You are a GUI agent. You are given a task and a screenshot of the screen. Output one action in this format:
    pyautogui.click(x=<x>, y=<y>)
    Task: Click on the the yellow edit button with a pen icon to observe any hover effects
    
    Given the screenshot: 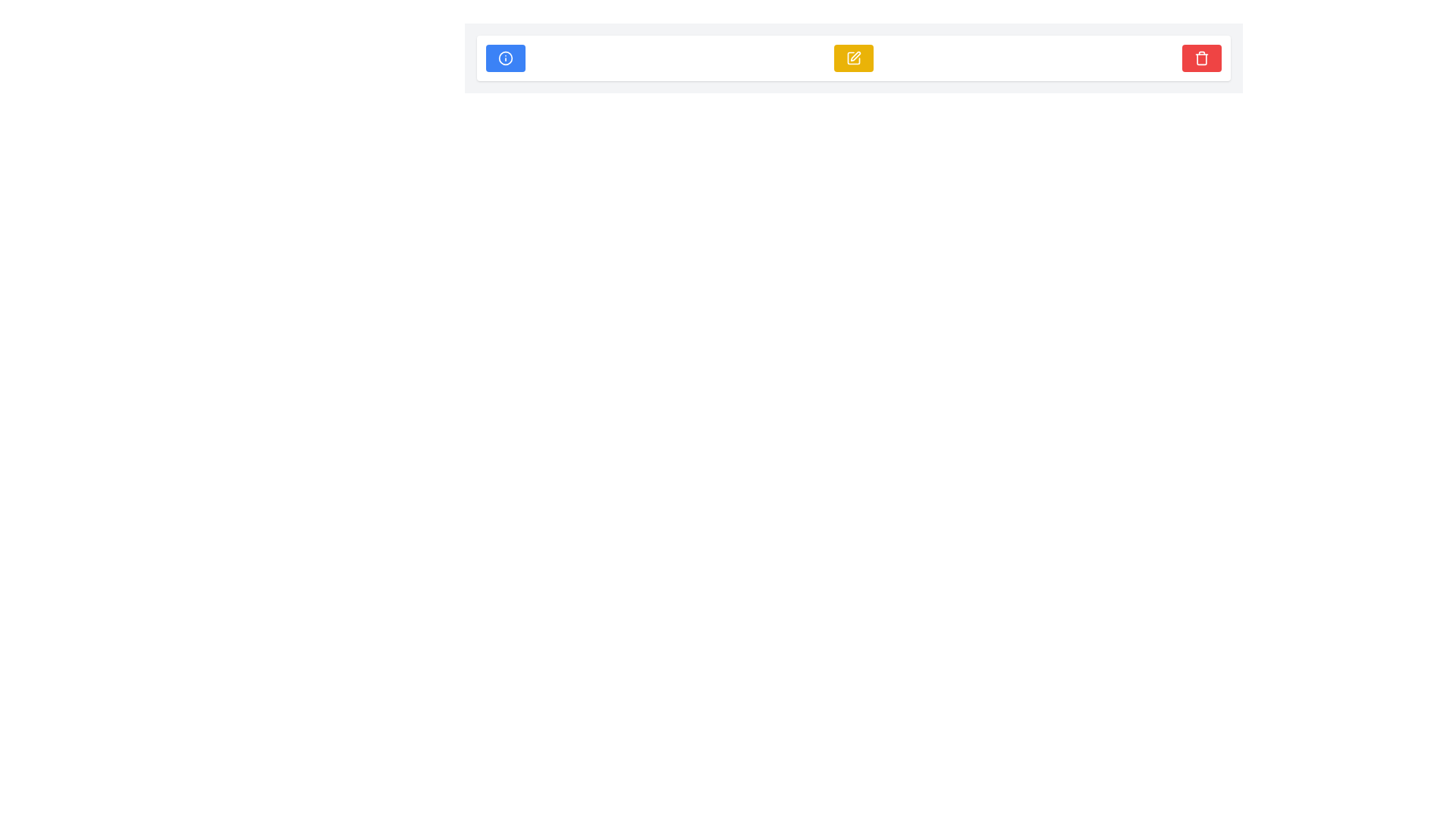 What is the action you would take?
    pyautogui.click(x=854, y=58)
    